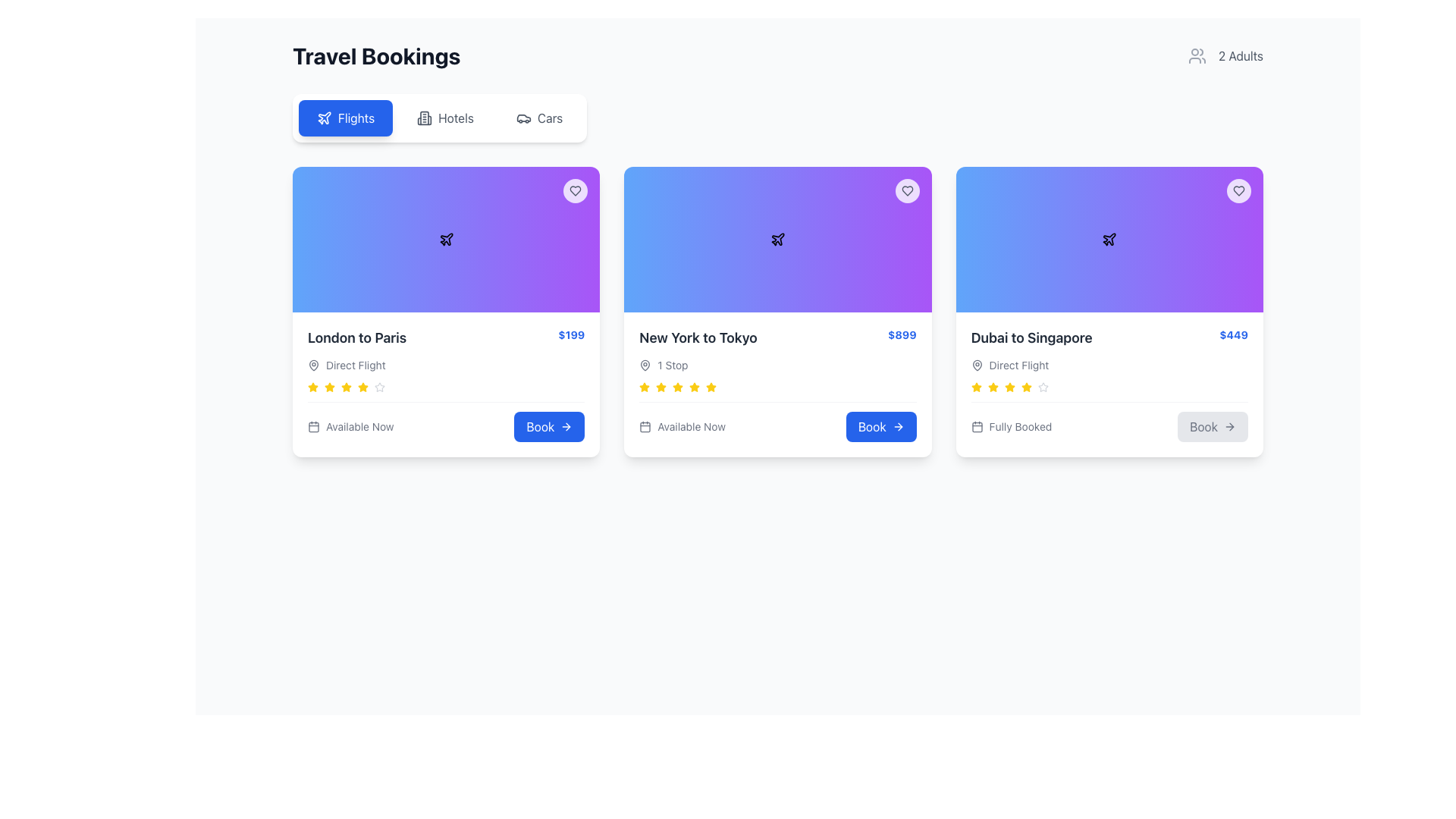 Image resolution: width=1456 pixels, height=819 pixels. Describe the element at coordinates (355, 366) in the screenshot. I see `the static text label displaying 'Direct Flight', which is located in the first card for the 'London to Paris' travel option, positioned in the lower half of the card next to a small map pin icon` at that location.